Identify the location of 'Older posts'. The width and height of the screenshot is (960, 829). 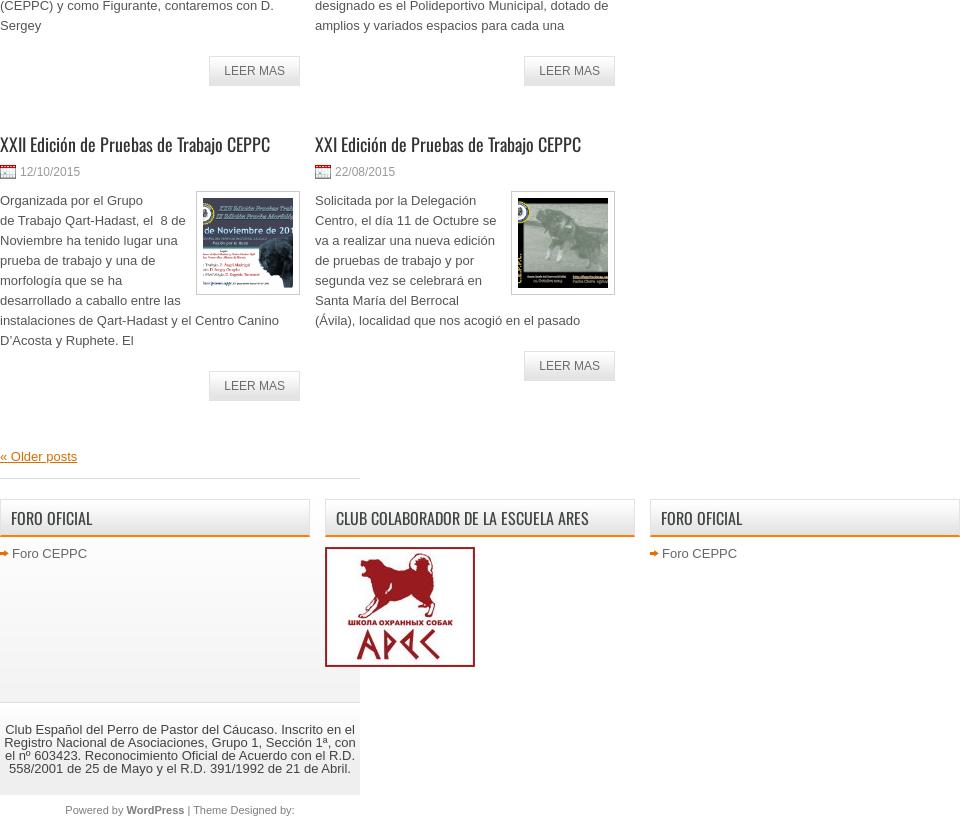
(6, 456).